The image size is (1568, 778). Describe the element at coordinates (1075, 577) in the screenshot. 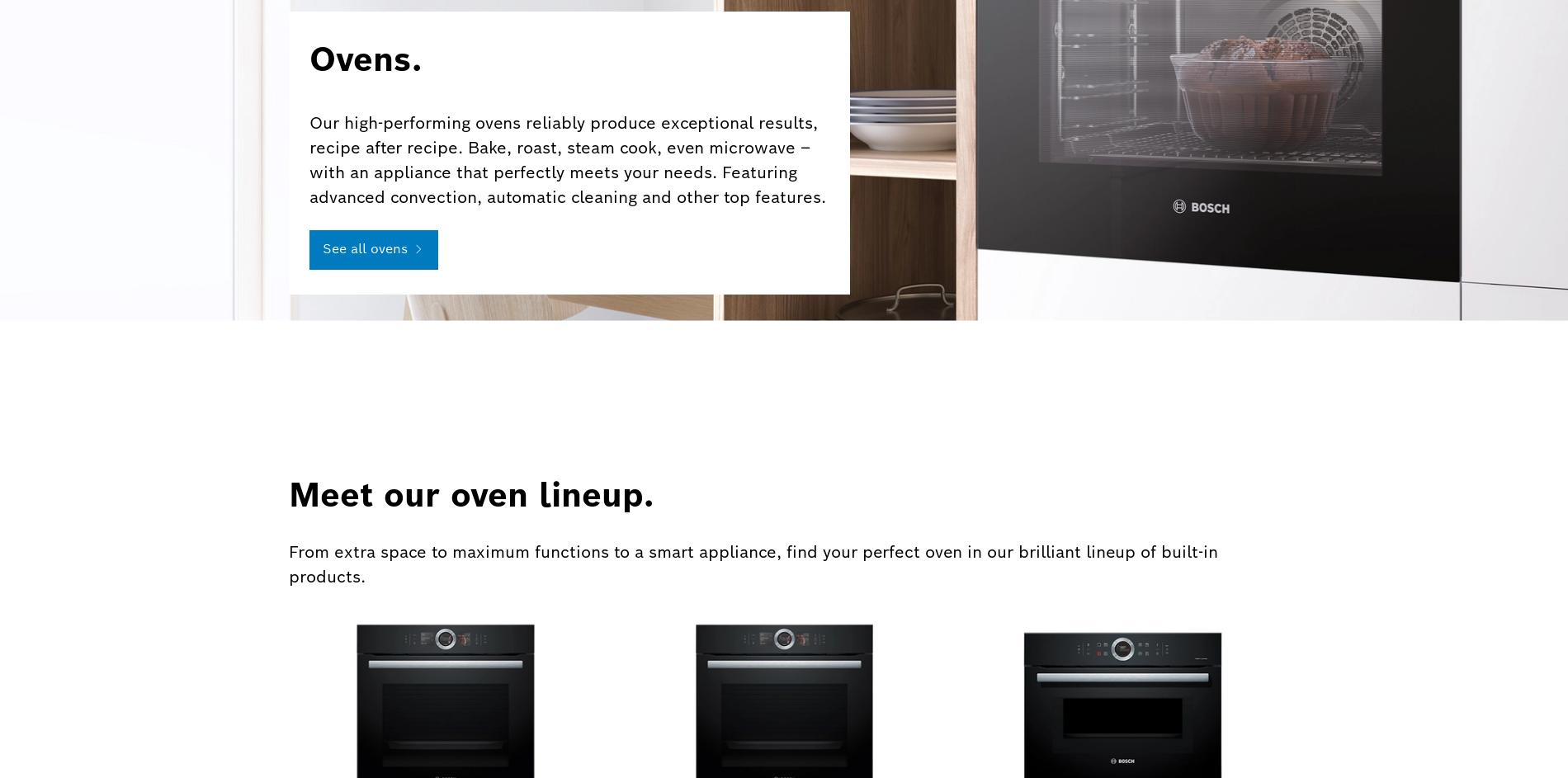

I see `'Search now'` at that location.